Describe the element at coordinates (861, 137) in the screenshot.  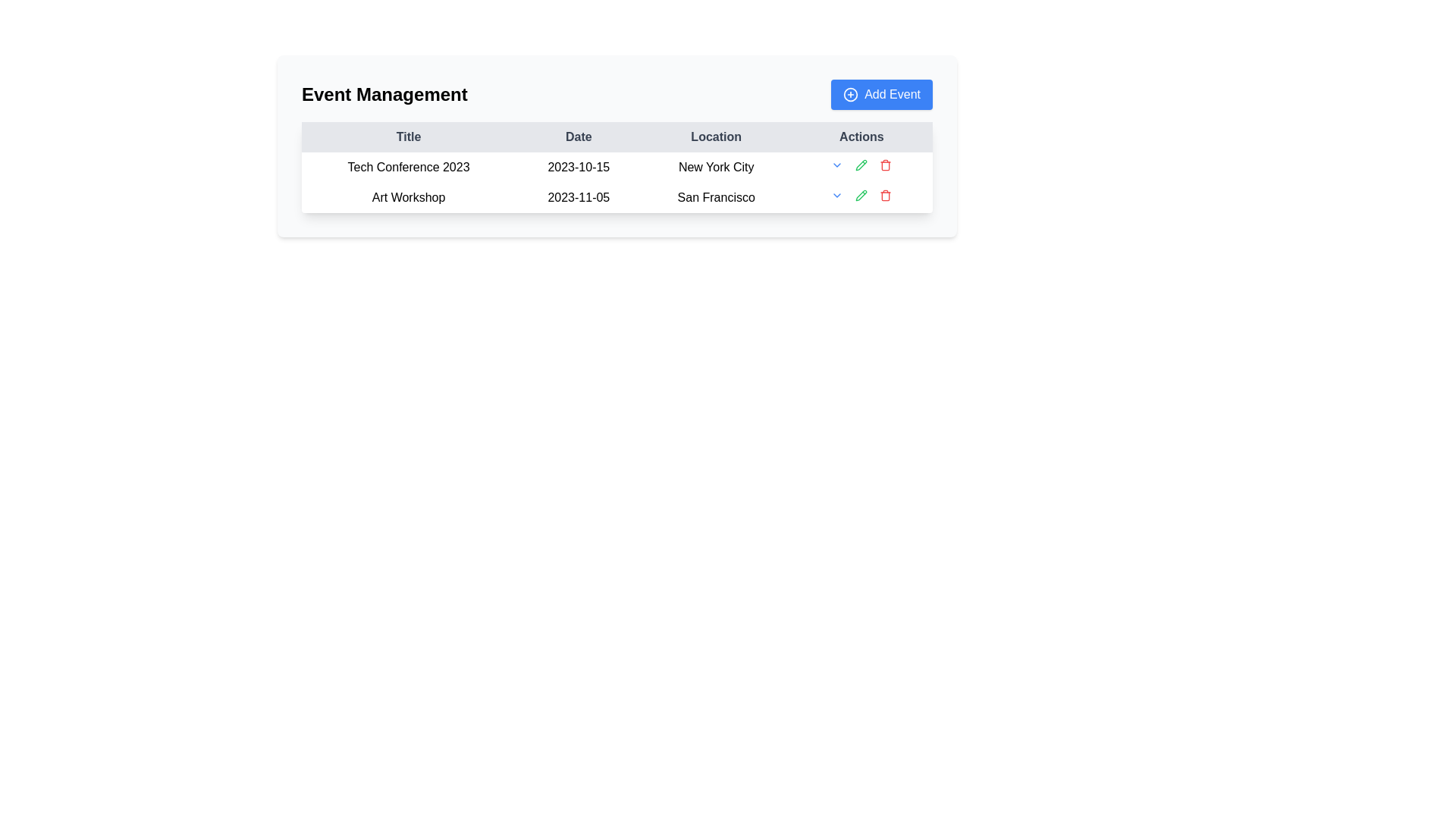
I see `the Table Header Cell indicating the 'Actions' column in the data table, which is the fourth element in the header row and positioned to the right of 'Location'` at that location.